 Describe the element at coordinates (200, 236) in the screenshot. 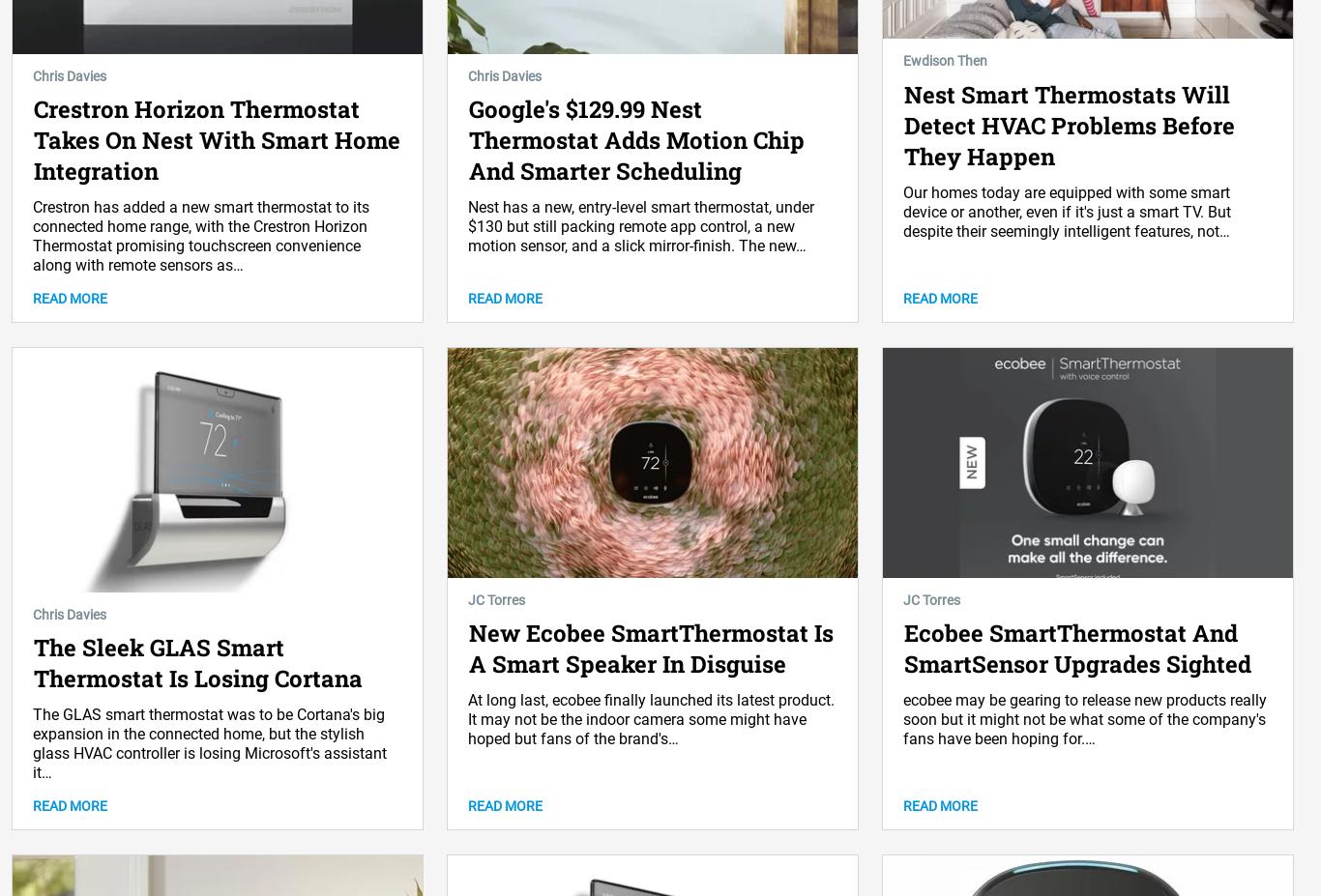

I see `'Crestron has added a new smart thermostat to its connected home range, with the Crestron Horizon Thermostat promising touchscreen convenience along with remote sensors as…'` at that location.